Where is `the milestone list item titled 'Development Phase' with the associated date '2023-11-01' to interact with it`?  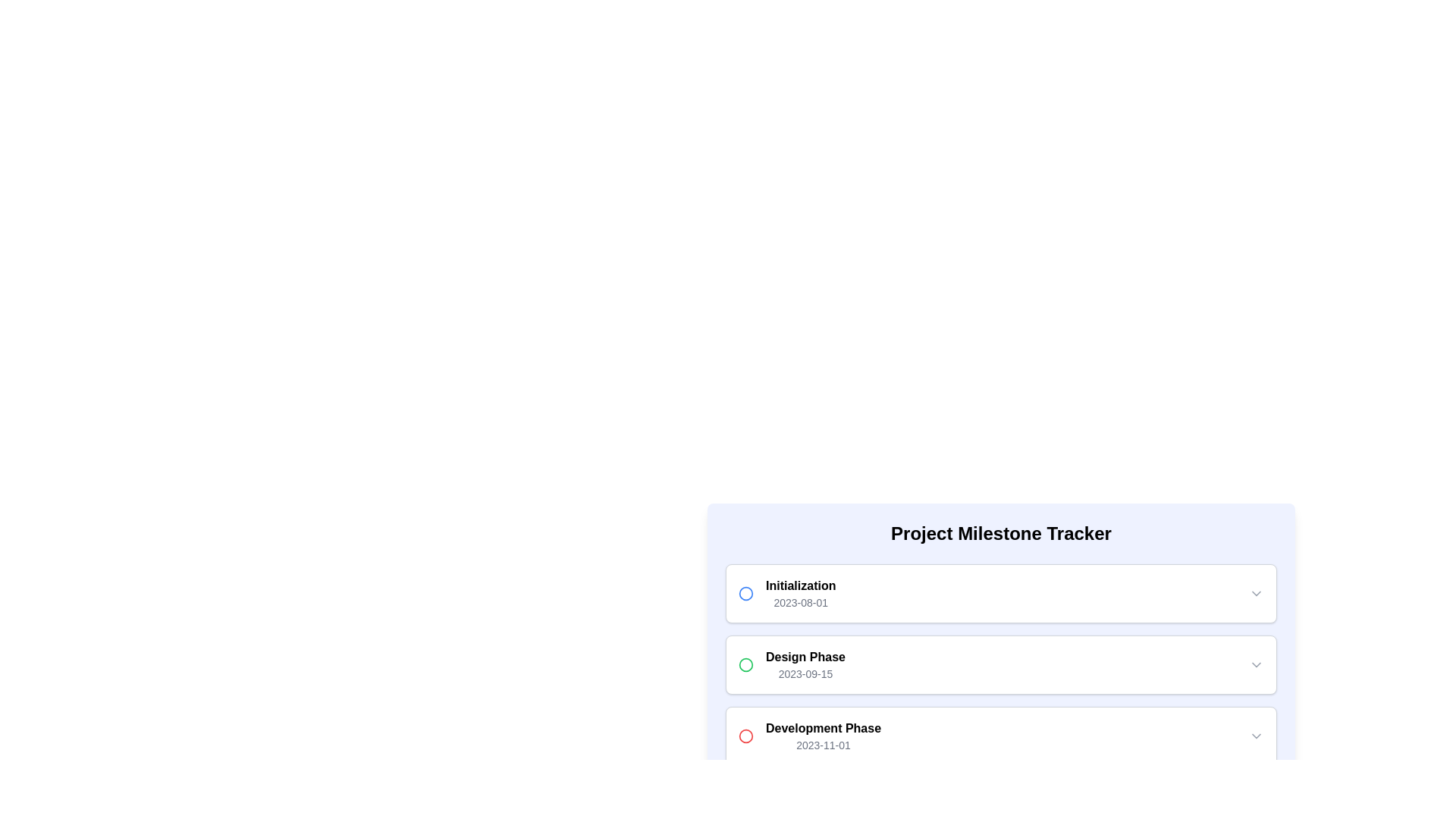 the milestone list item titled 'Development Phase' with the associated date '2023-11-01' to interact with it is located at coordinates (809, 736).